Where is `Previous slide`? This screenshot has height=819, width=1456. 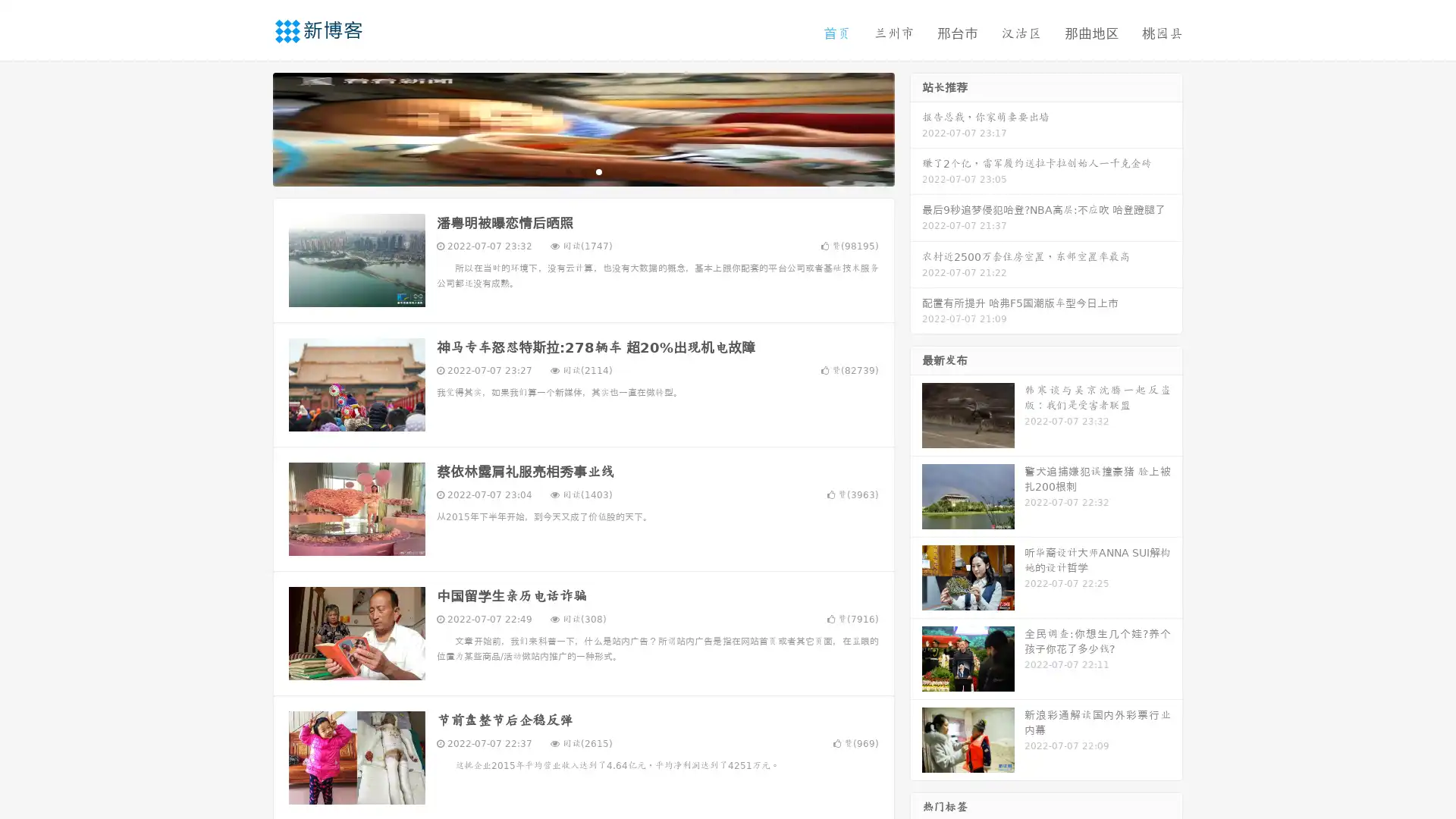
Previous slide is located at coordinates (250, 127).